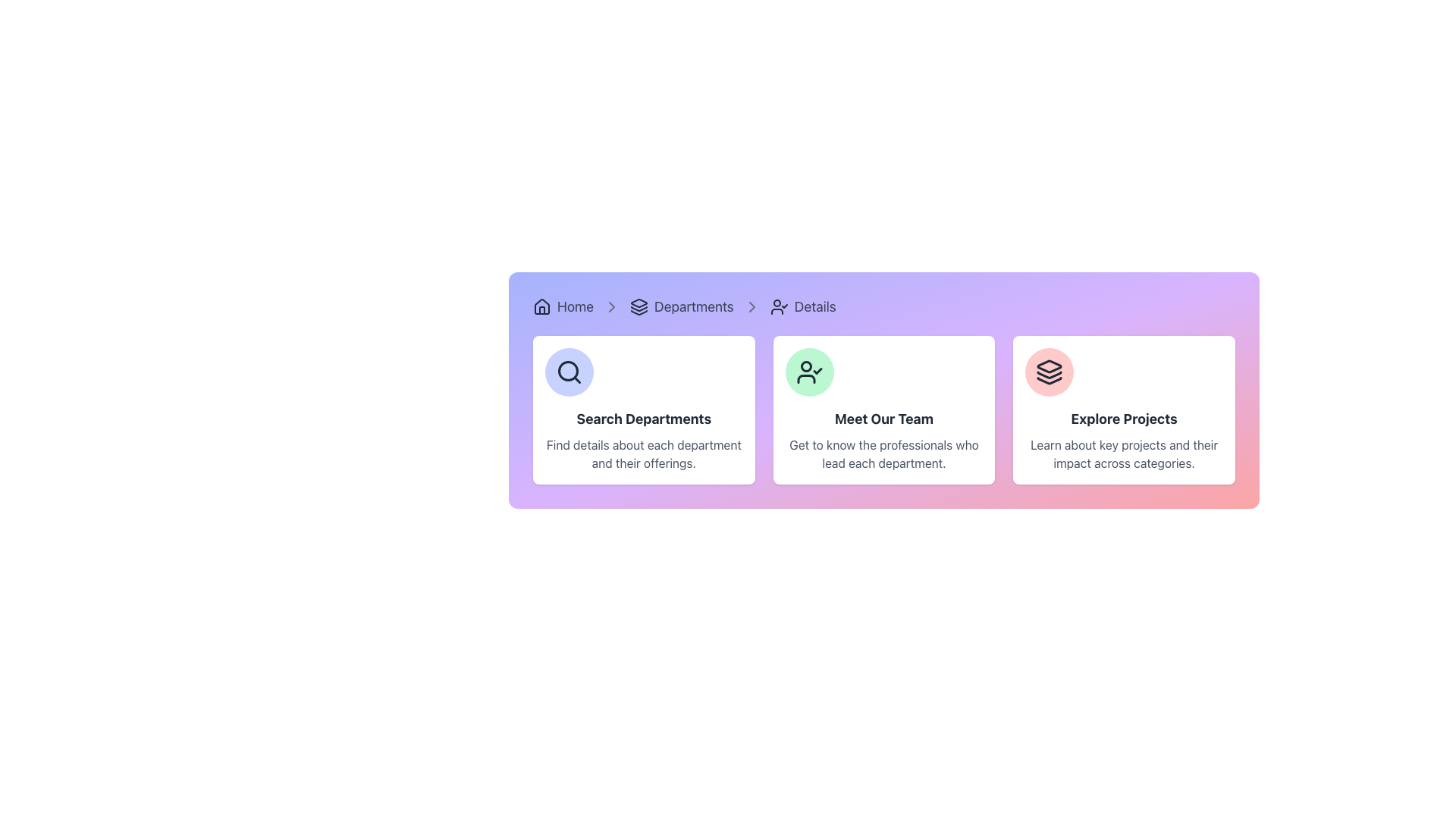  I want to click on the Icon located on the breadcrumb navigation bar, which is positioned immediately before the 'Departments' label, so click(639, 307).